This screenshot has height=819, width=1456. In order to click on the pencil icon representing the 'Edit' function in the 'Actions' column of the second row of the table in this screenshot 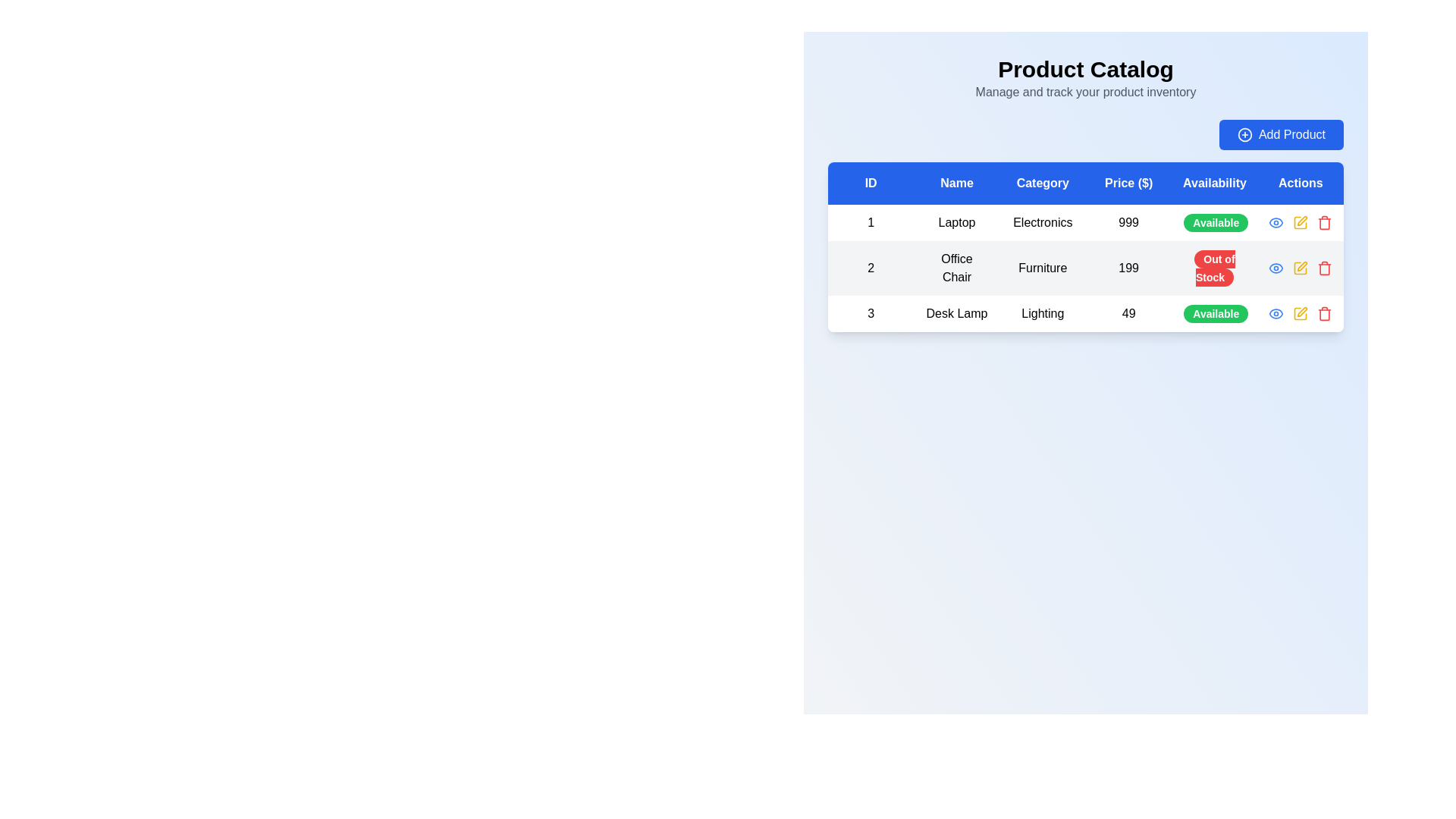, I will do `click(1300, 268)`.